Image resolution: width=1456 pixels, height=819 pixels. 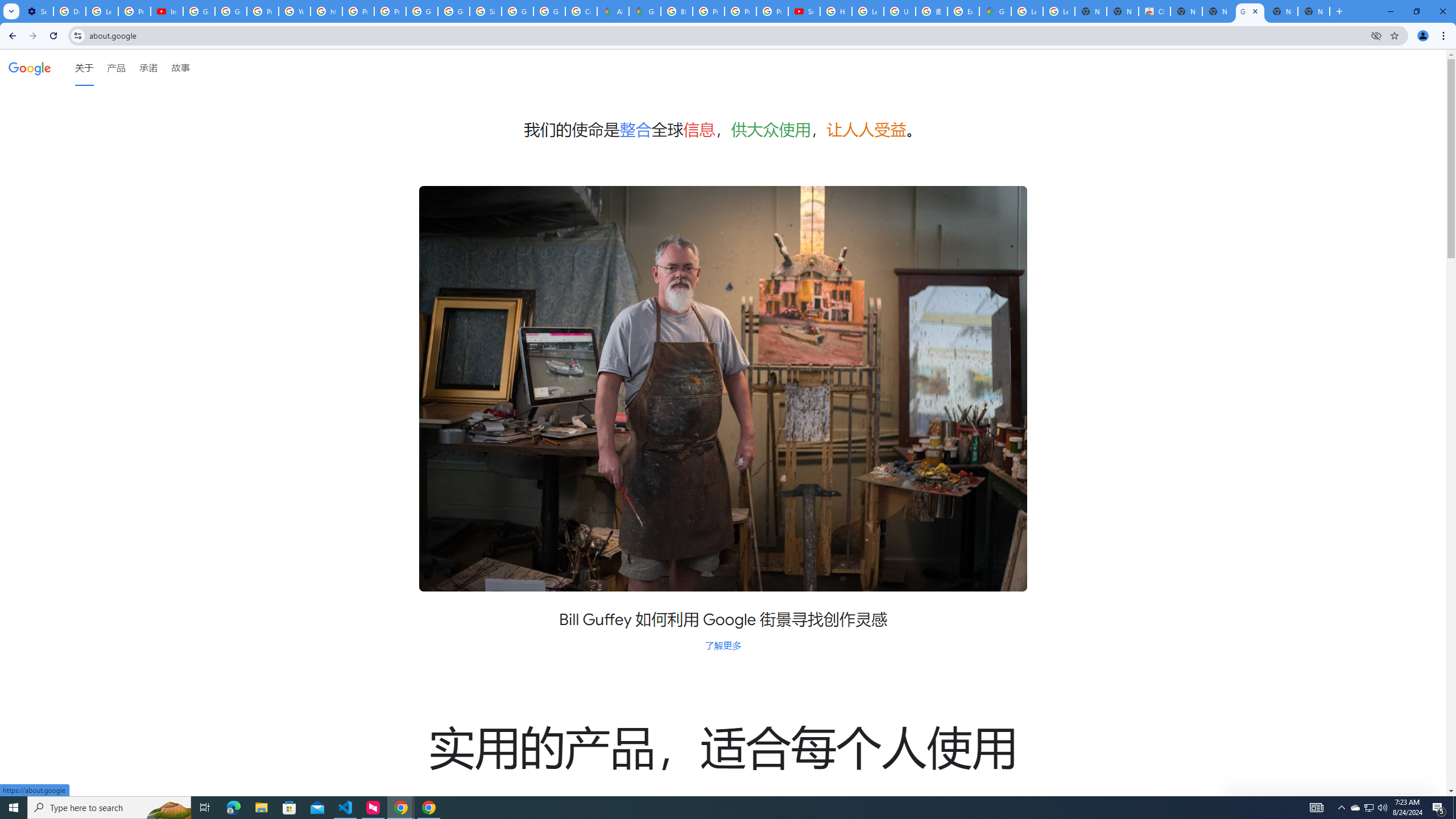 What do you see at coordinates (708, 11) in the screenshot?
I see `'Privacy Help Center - Policies Help'` at bounding box center [708, 11].